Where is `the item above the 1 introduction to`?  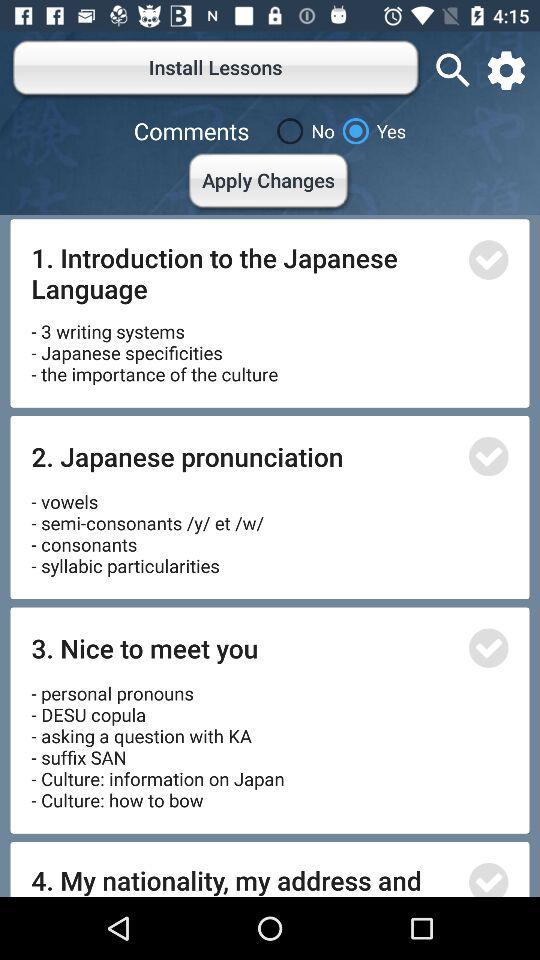
the item above the 1 introduction to is located at coordinates (269, 183).